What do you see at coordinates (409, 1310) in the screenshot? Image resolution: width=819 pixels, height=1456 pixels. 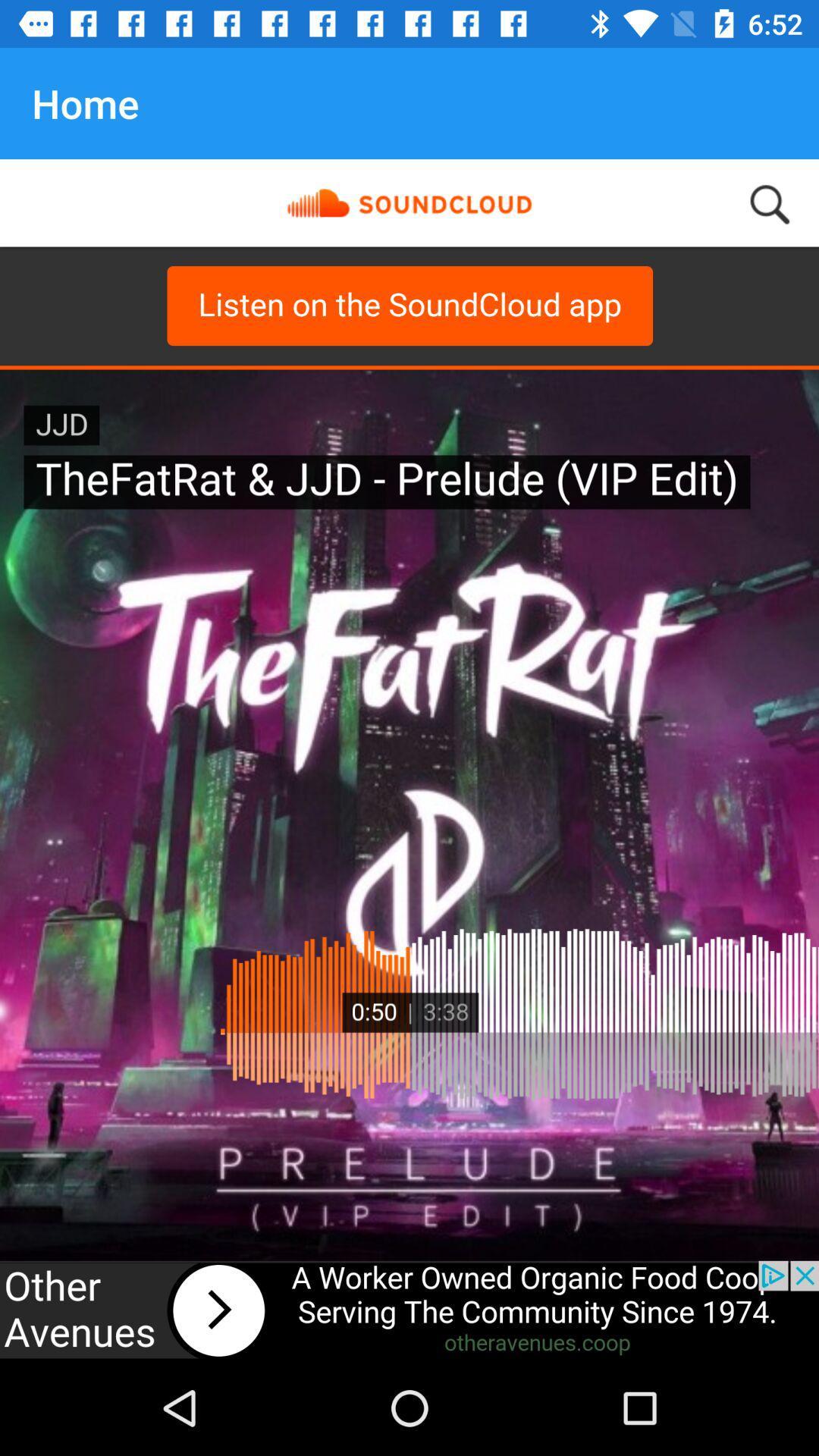 I see `the song` at bounding box center [409, 1310].